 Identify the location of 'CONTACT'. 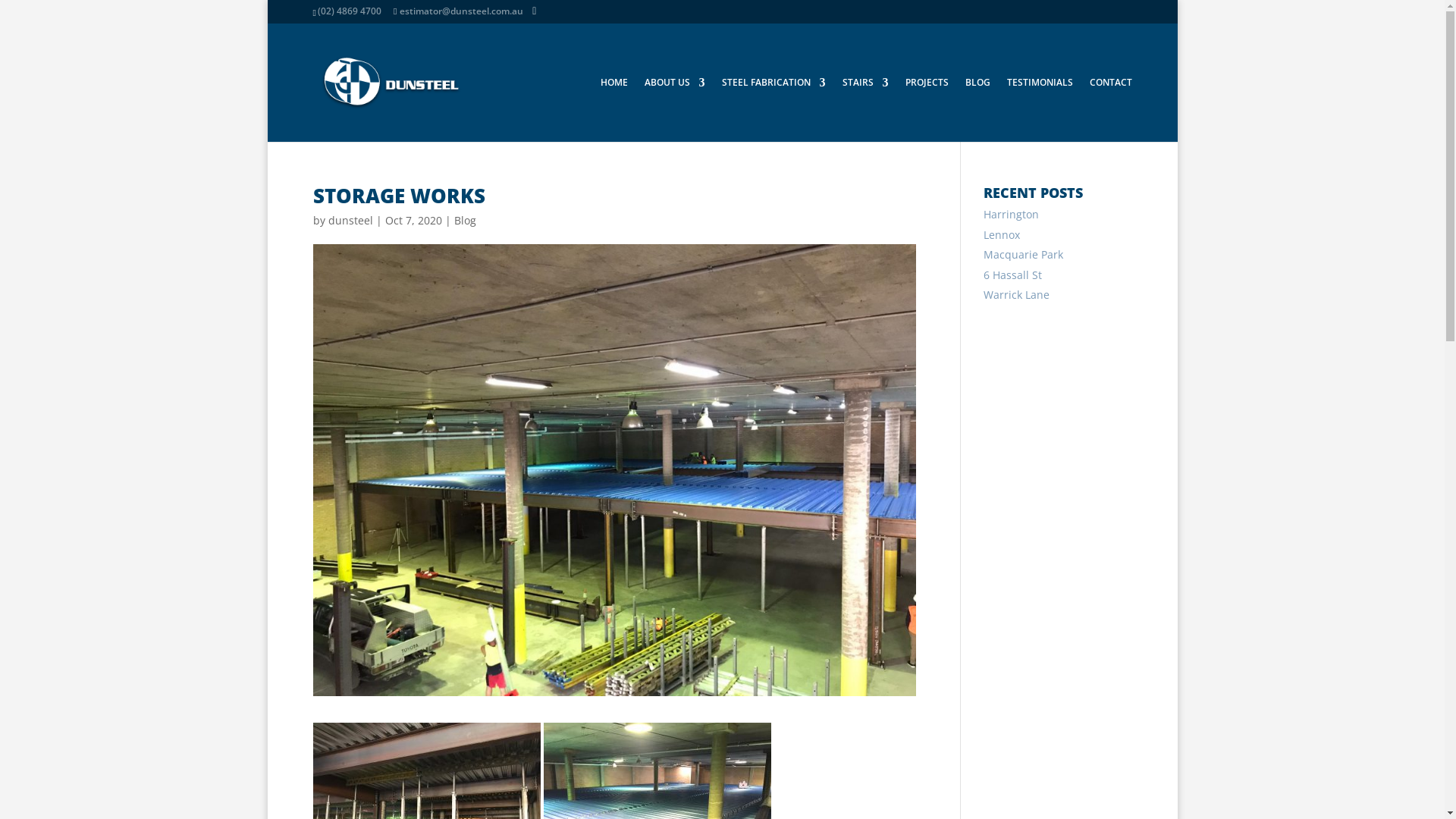
(1087, 108).